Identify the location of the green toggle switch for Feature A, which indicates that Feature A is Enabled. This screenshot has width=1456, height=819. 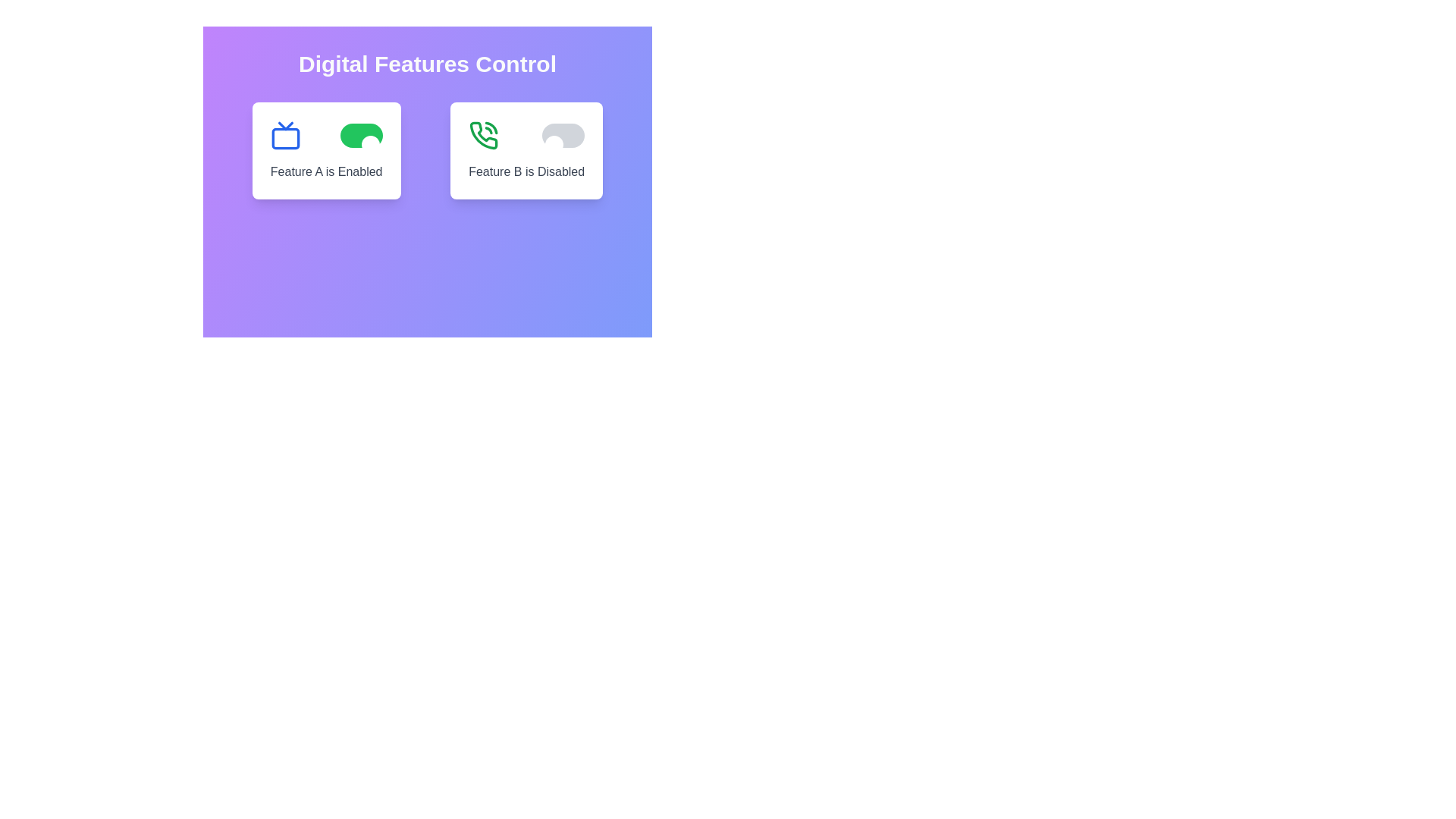
(427, 151).